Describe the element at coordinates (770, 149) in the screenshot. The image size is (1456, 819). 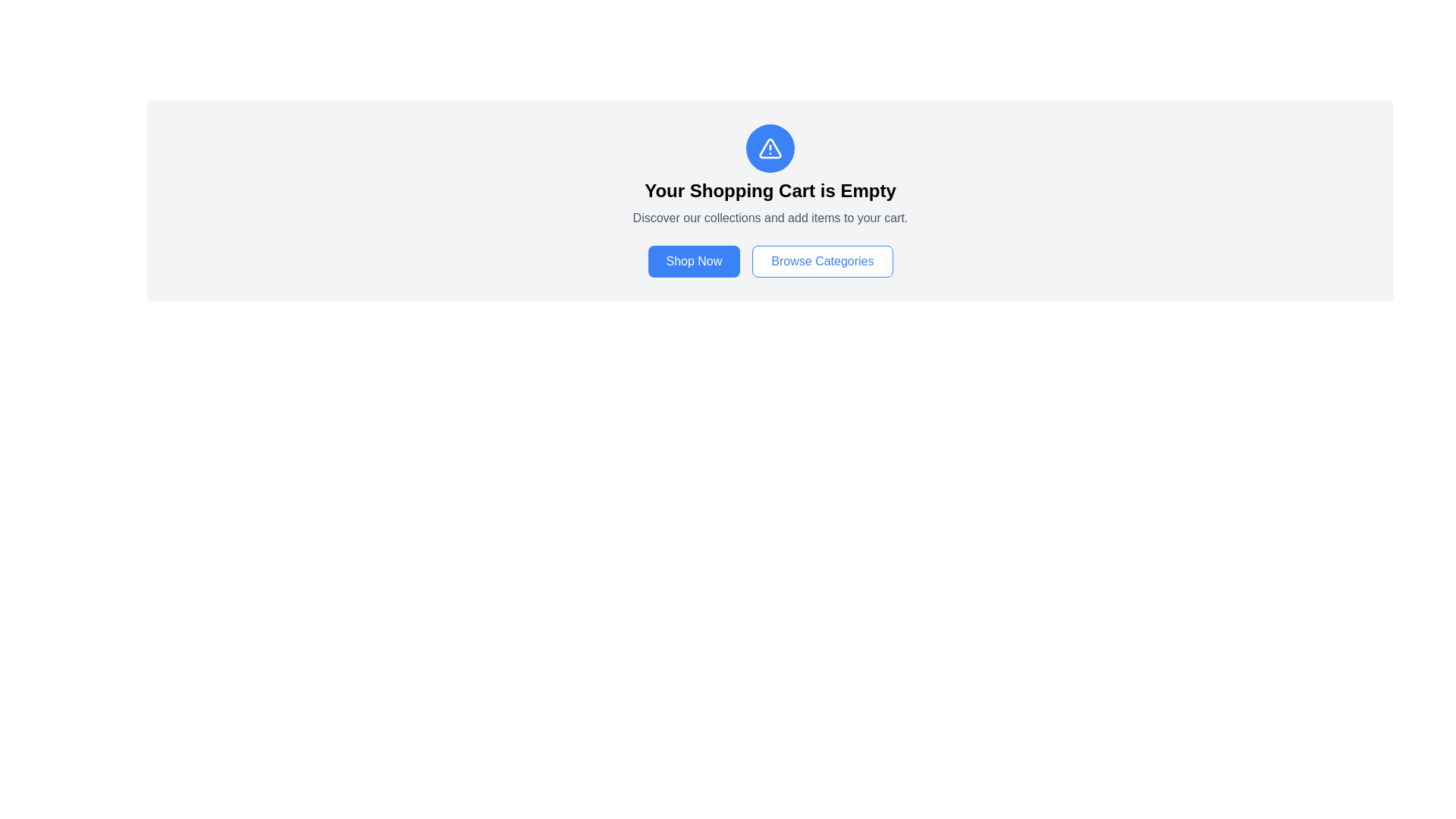
I see `the visual alert icon that indicates the shopping cart is empty, positioned above the text 'Your Shopping Cart is Empty'` at that location.